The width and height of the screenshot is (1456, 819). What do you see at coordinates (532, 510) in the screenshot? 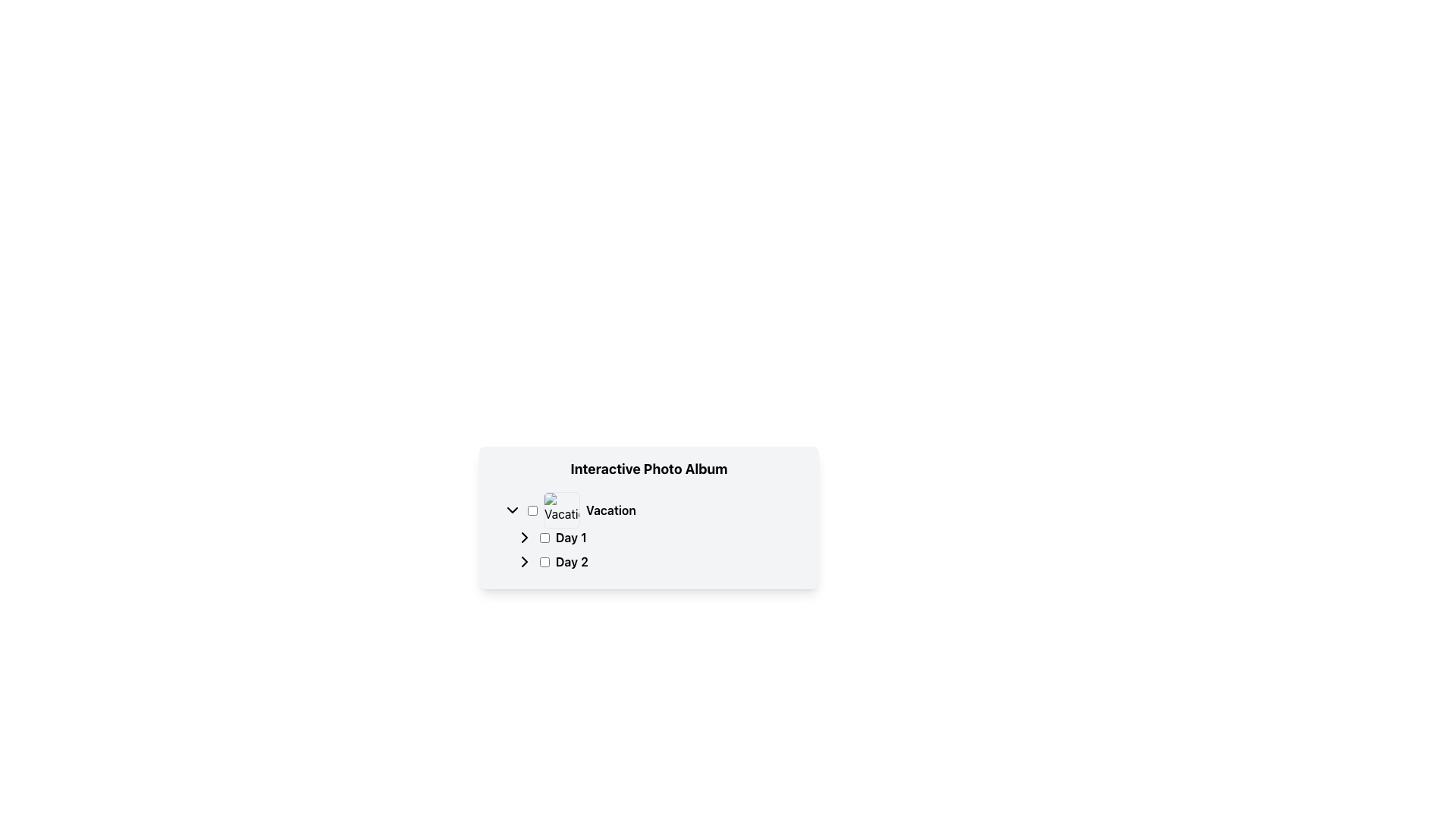
I see `the checkbox` at bounding box center [532, 510].